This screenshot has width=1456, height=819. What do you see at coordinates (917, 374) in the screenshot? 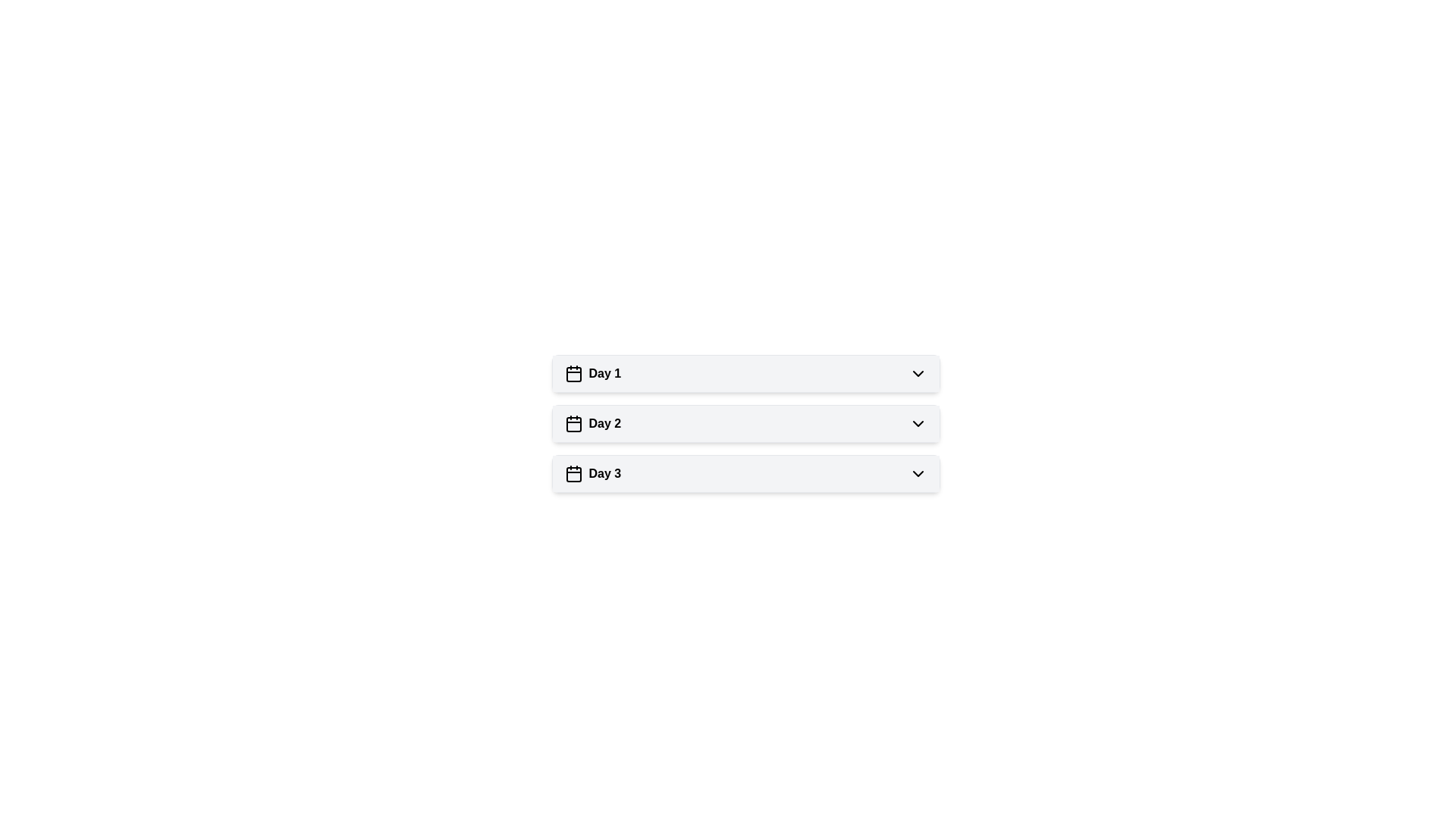
I see `the chevron down icon located at the far right of the 'Day 1' section` at bounding box center [917, 374].